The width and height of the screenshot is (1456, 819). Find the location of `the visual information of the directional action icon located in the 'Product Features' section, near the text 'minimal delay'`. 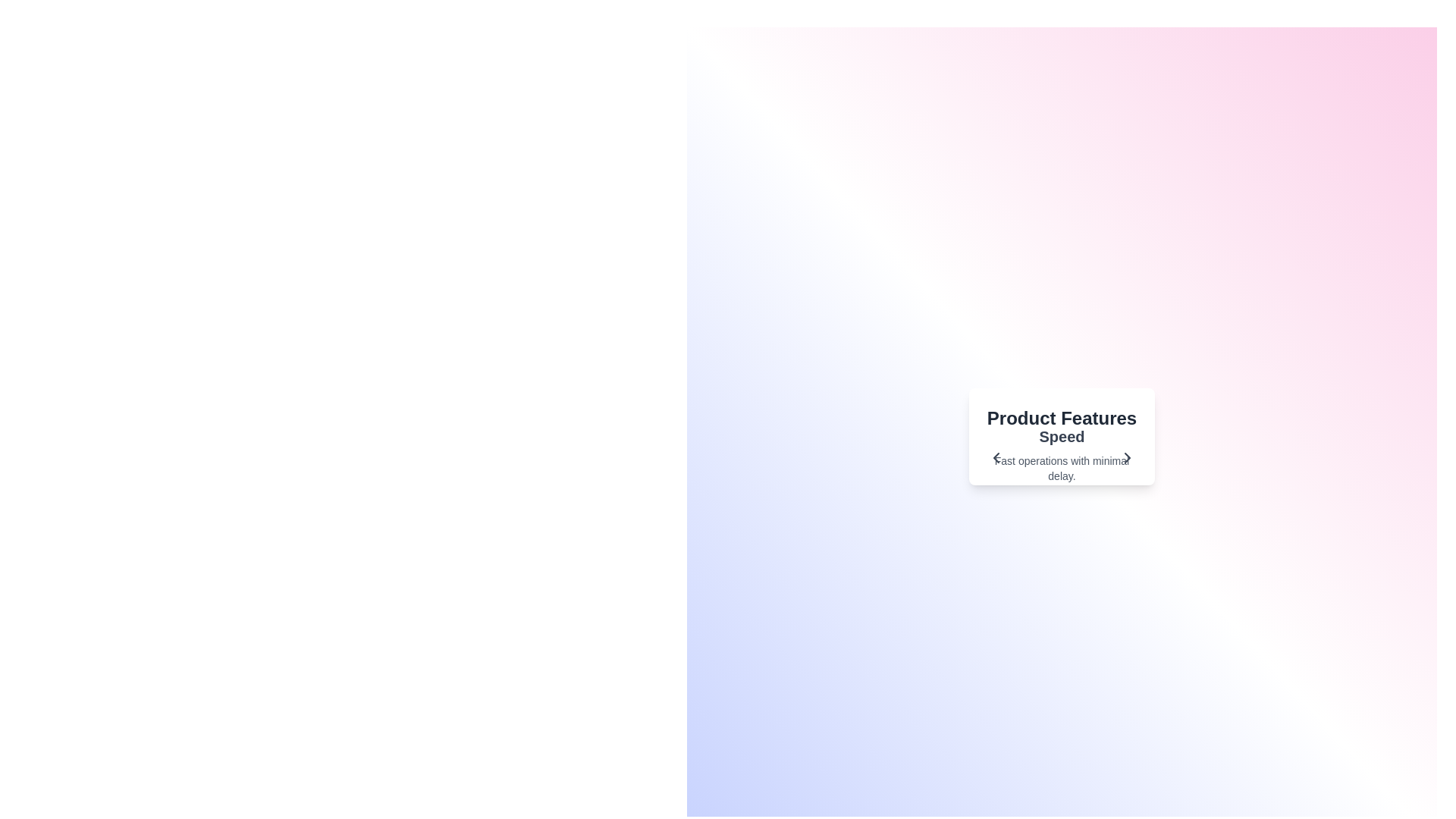

the visual information of the directional action icon located in the 'Product Features' section, near the text 'minimal delay' is located at coordinates (1128, 457).